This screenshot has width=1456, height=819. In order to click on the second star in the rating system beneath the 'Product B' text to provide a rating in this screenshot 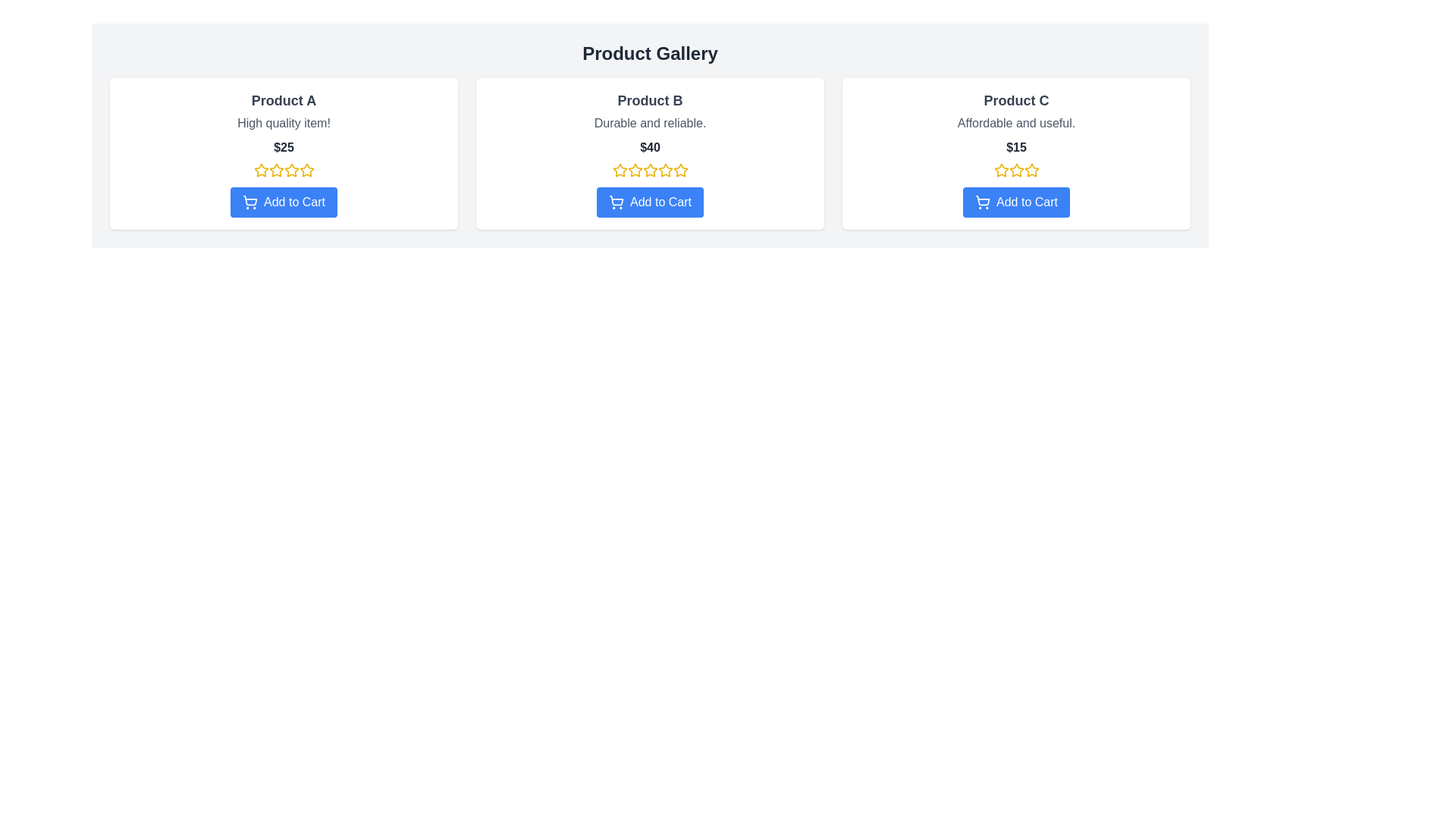, I will do `click(635, 170)`.